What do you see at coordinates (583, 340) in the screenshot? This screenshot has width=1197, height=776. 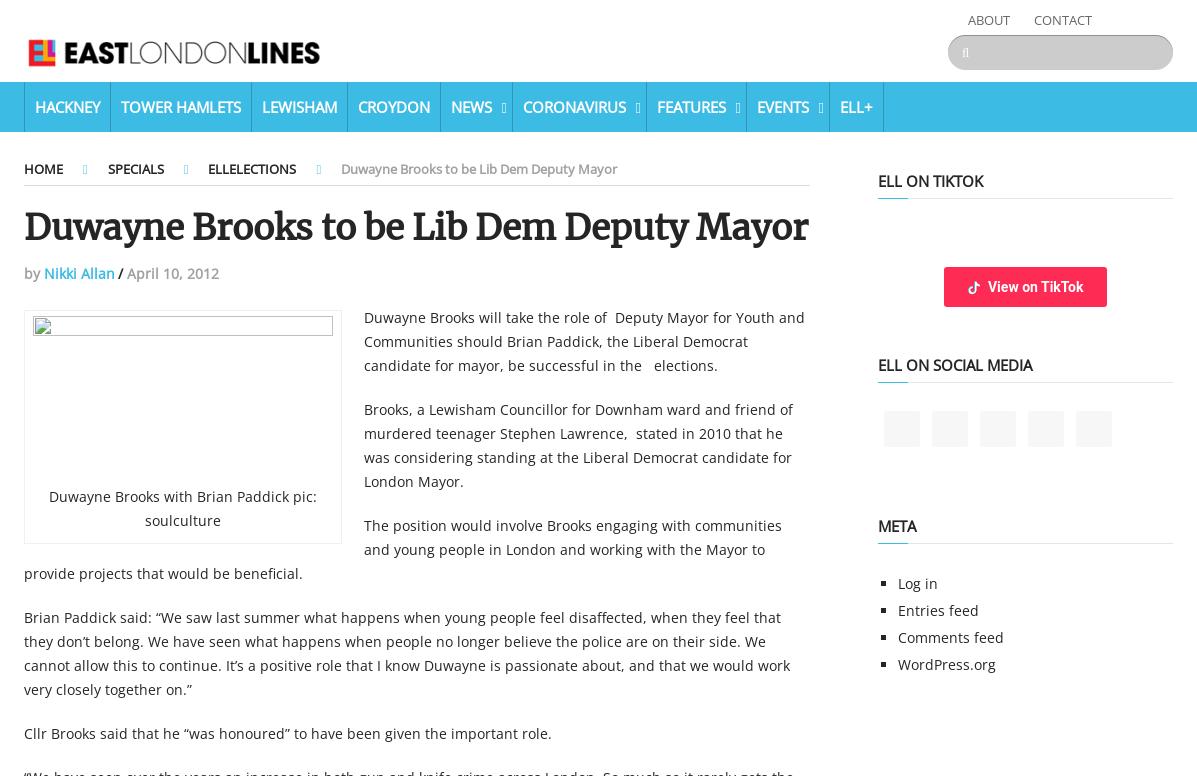 I see `'Duwayne Brooks will take the role of  Deputy Mayor for Youth and Communities should Brian Paddick, the Liberal Democrat candidate for mayor, be successful in the   elections.'` at bounding box center [583, 340].